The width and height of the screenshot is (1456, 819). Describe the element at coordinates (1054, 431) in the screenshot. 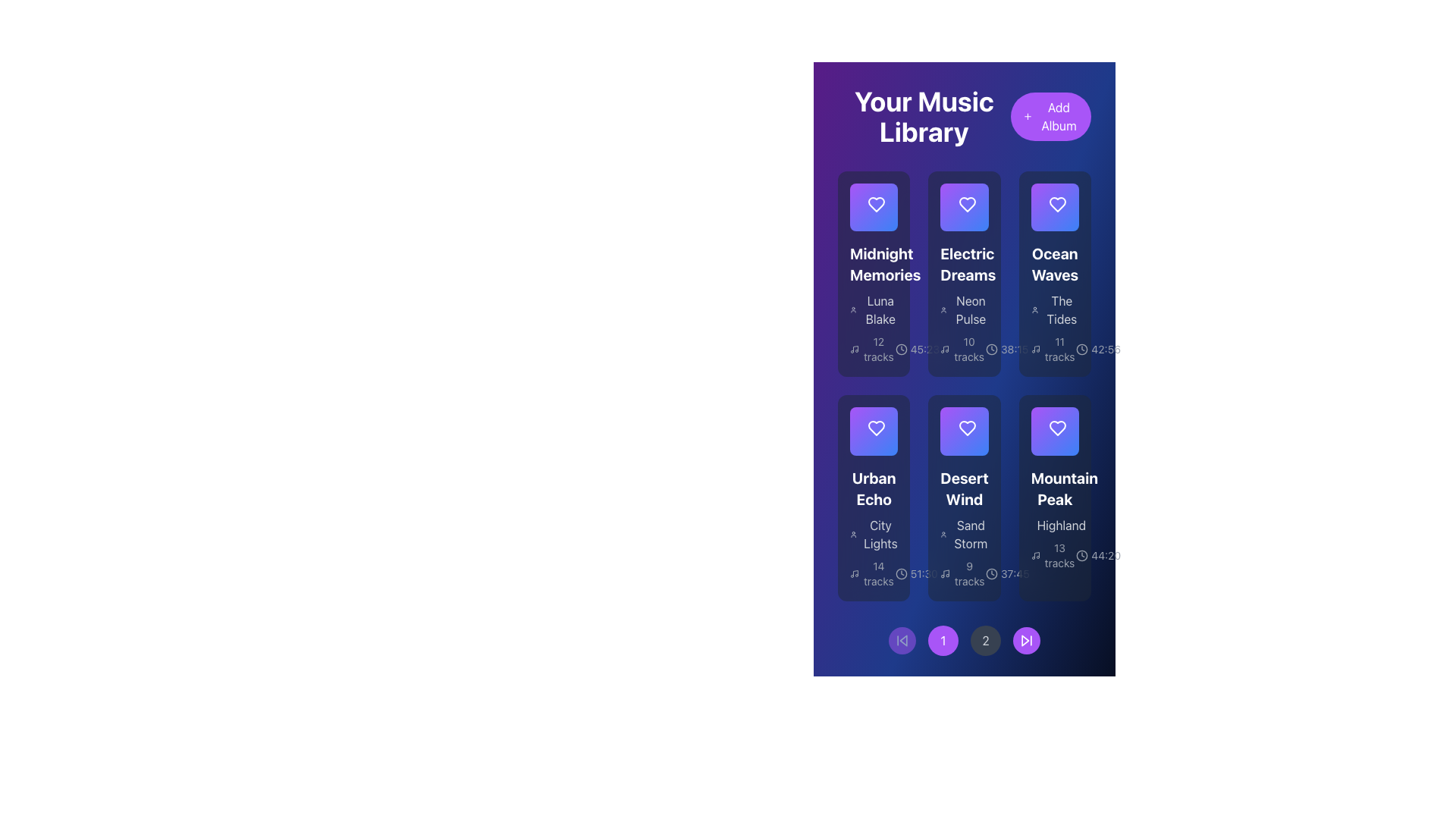

I see `the heart-shaped icon in the lower-right card representing the 'Mountain Peak' album` at that location.